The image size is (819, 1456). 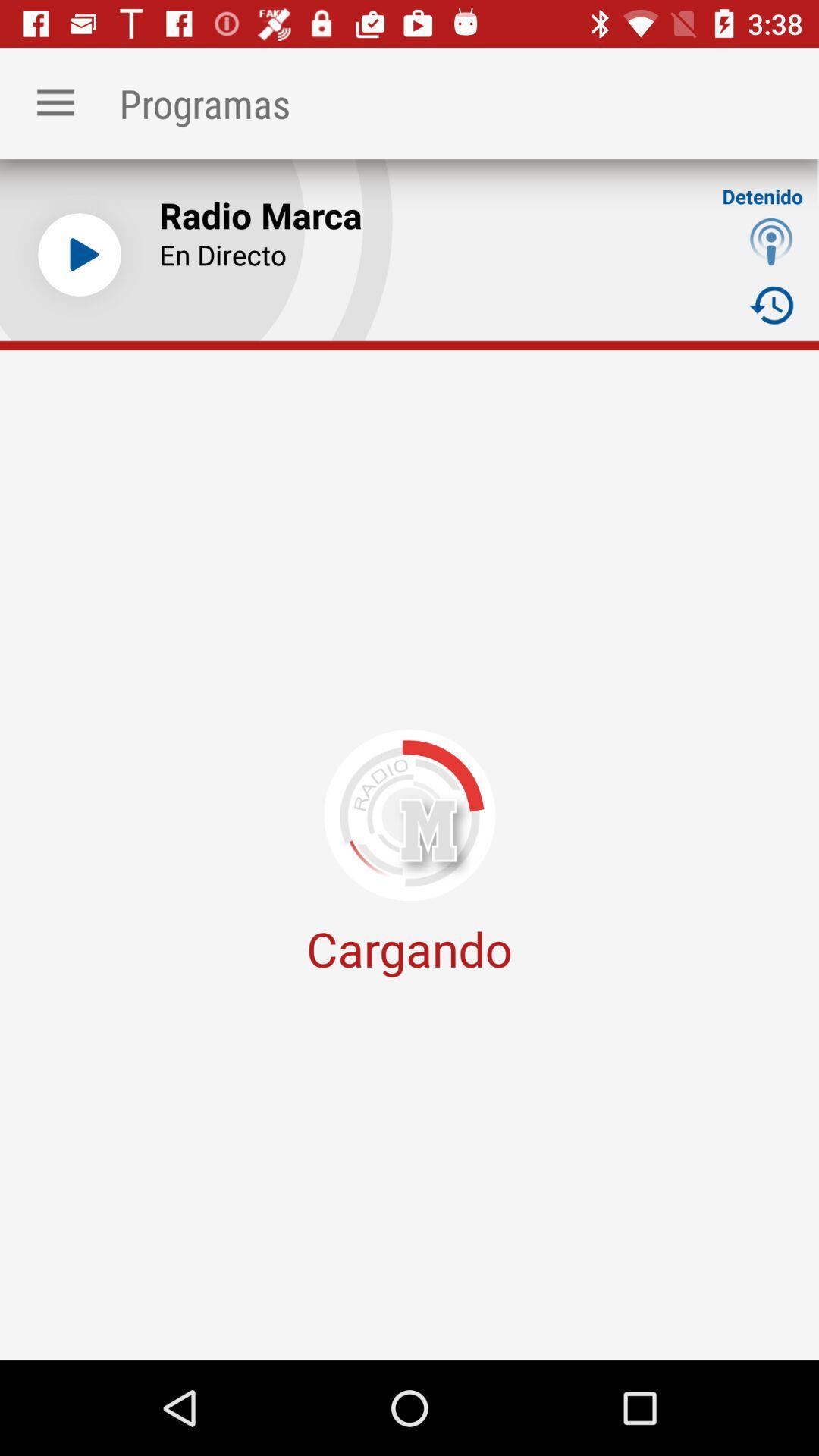 What do you see at coordinates (79, 255) in the screenshot?
I see `the icon next to the radio marca item` at bounding box center [79, 255].